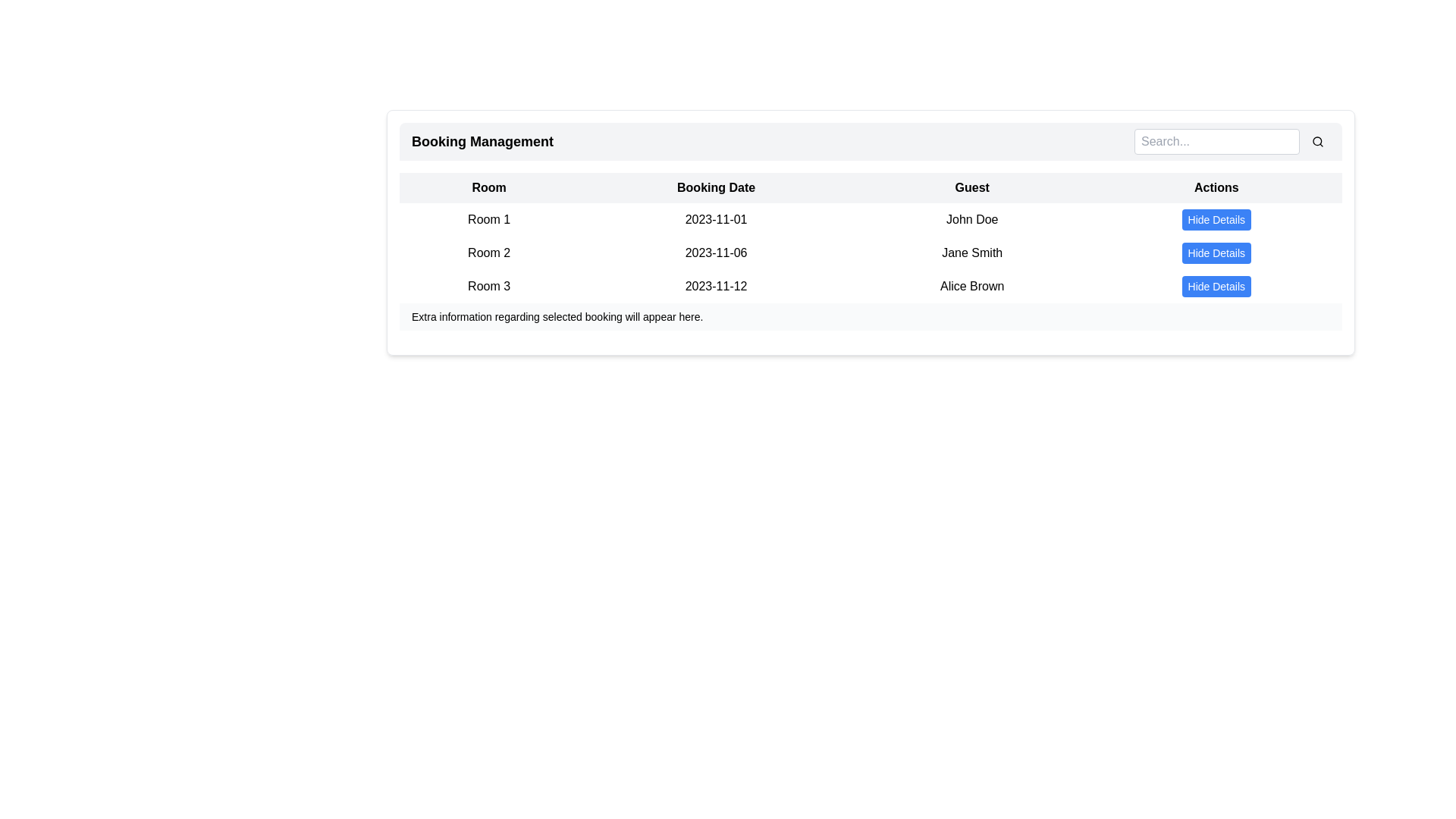 The width and height of the screenshot is (1456, 819). What do you see at coordinates (1216, 253) in the screenshot?
I see `the button for toggling visibility of further details associated with the booking entry for 'Jane Smith' in the 'Actions' column of the Booking Management interface` at bounding box center [1216, 253].